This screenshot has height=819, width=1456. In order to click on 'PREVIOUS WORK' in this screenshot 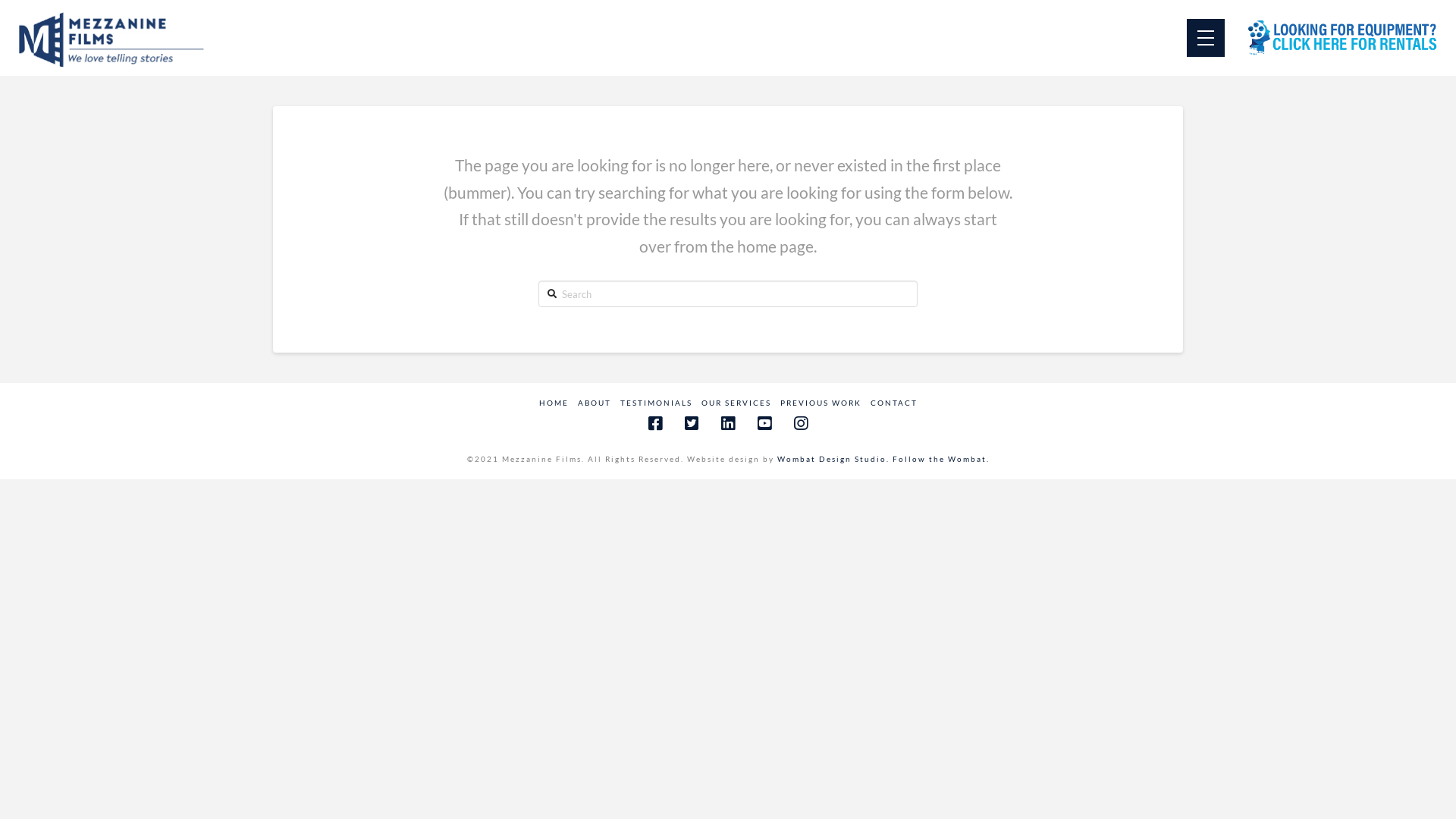, I will do `click(819, 402)`.